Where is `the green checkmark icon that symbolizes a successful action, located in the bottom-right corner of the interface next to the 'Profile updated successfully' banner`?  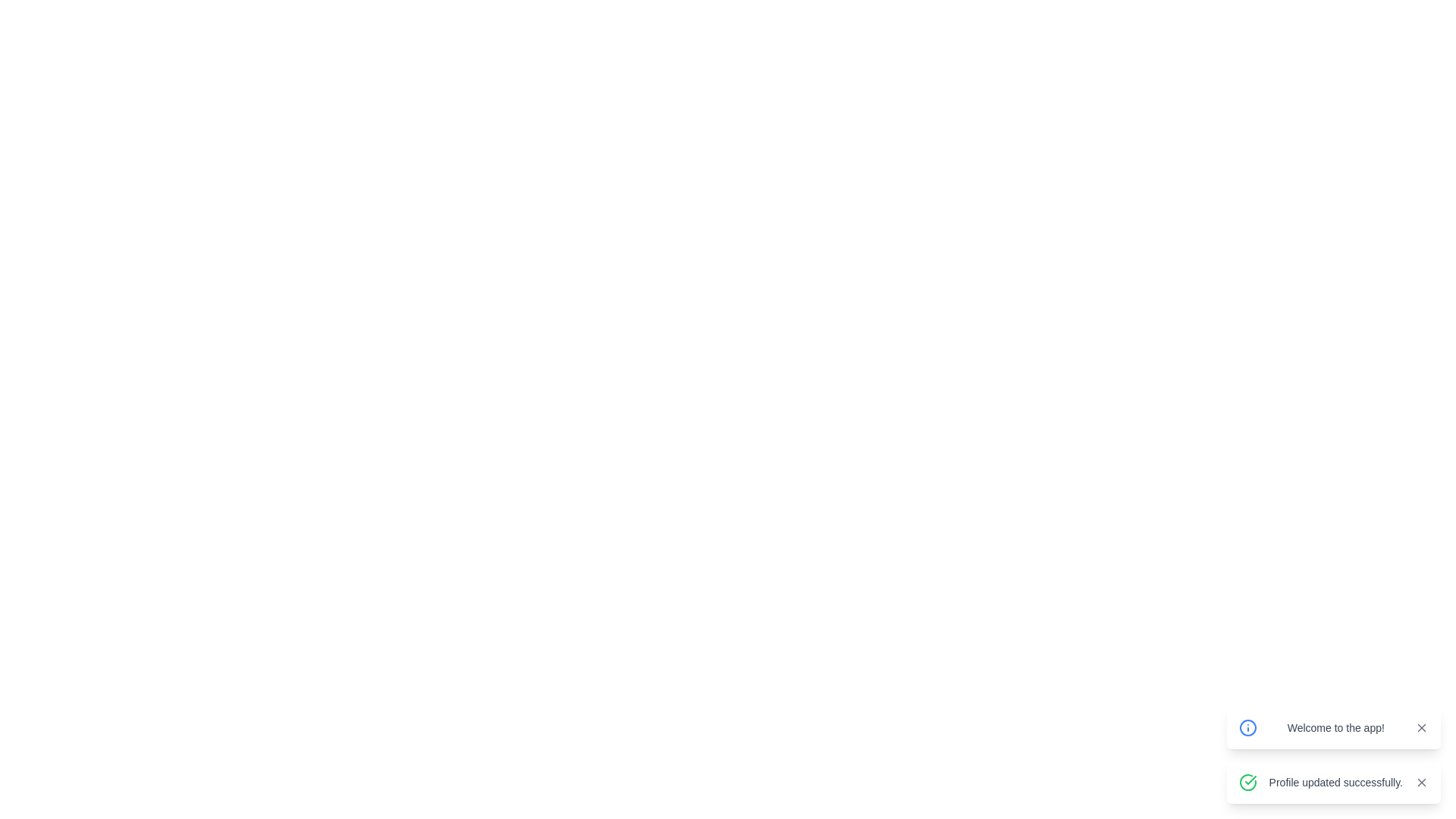 the green checkmark icon that symbolizes a successful action, located in the bottom-right corner of the interface next to the 'Profile updated successfully' banner is located at coordinates (1250, 780).